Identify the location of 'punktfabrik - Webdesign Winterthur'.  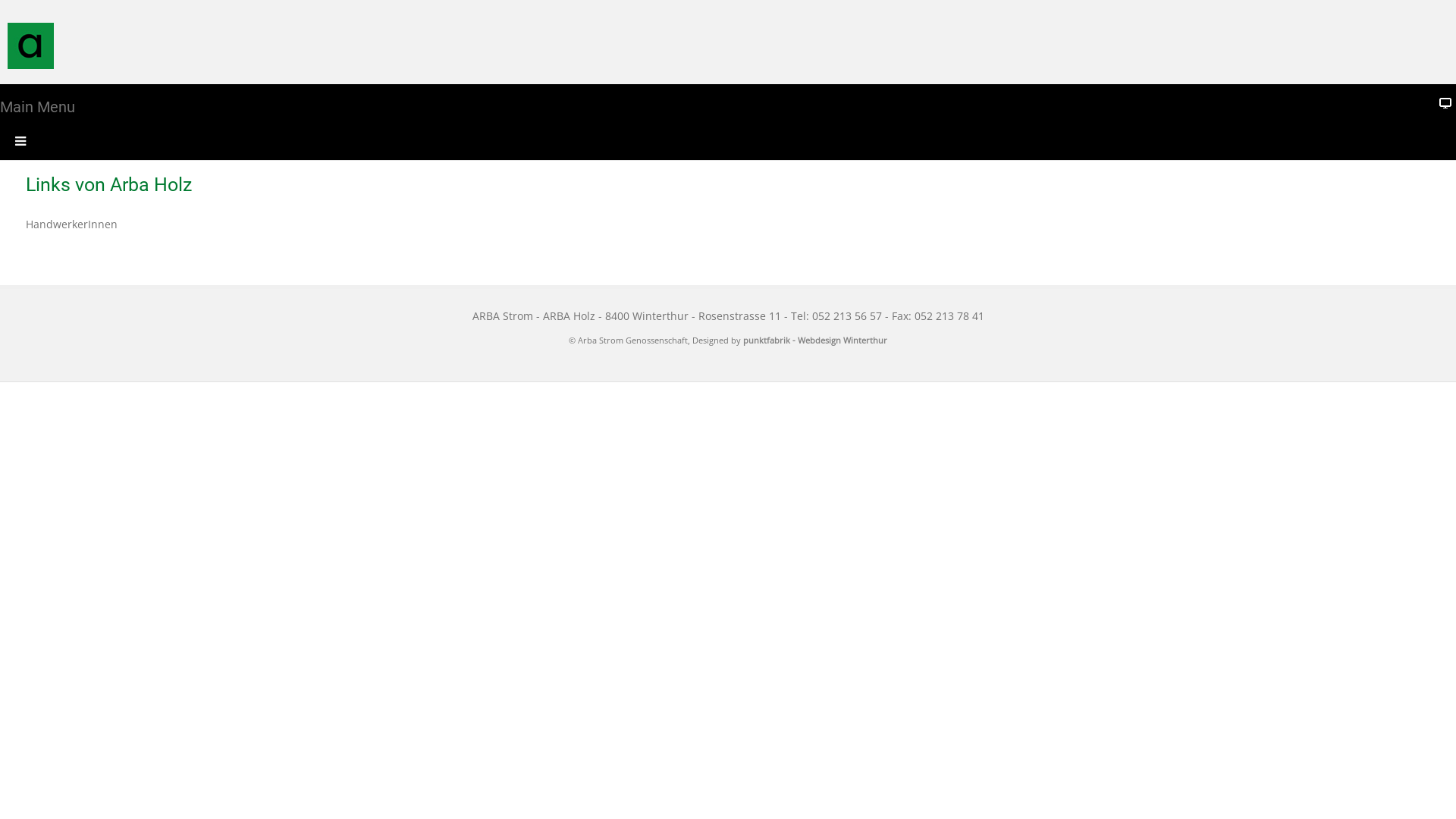
(814, 339).